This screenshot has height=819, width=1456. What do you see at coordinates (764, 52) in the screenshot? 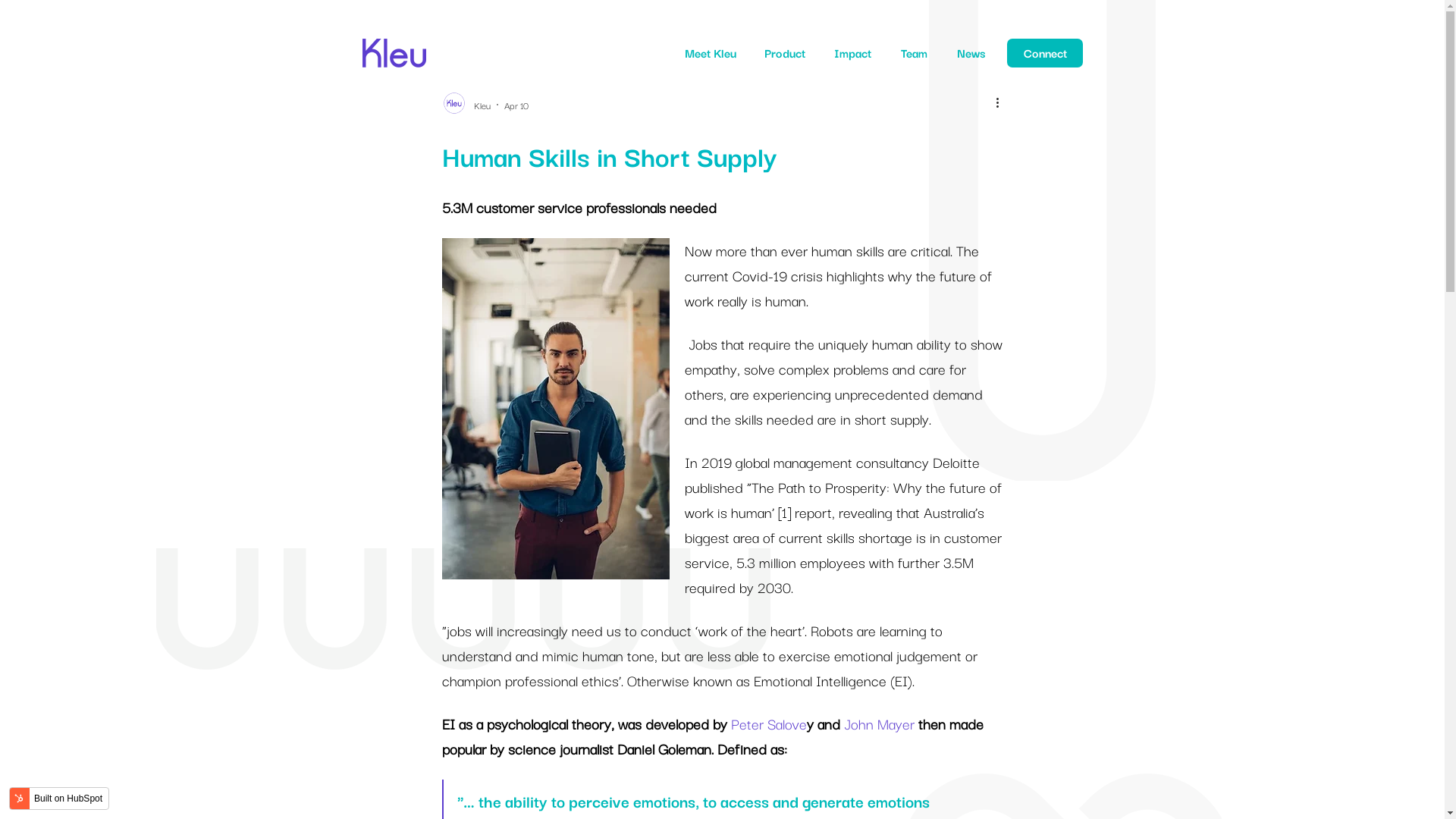
I see `'Product'` at bounding box center [764, 52].